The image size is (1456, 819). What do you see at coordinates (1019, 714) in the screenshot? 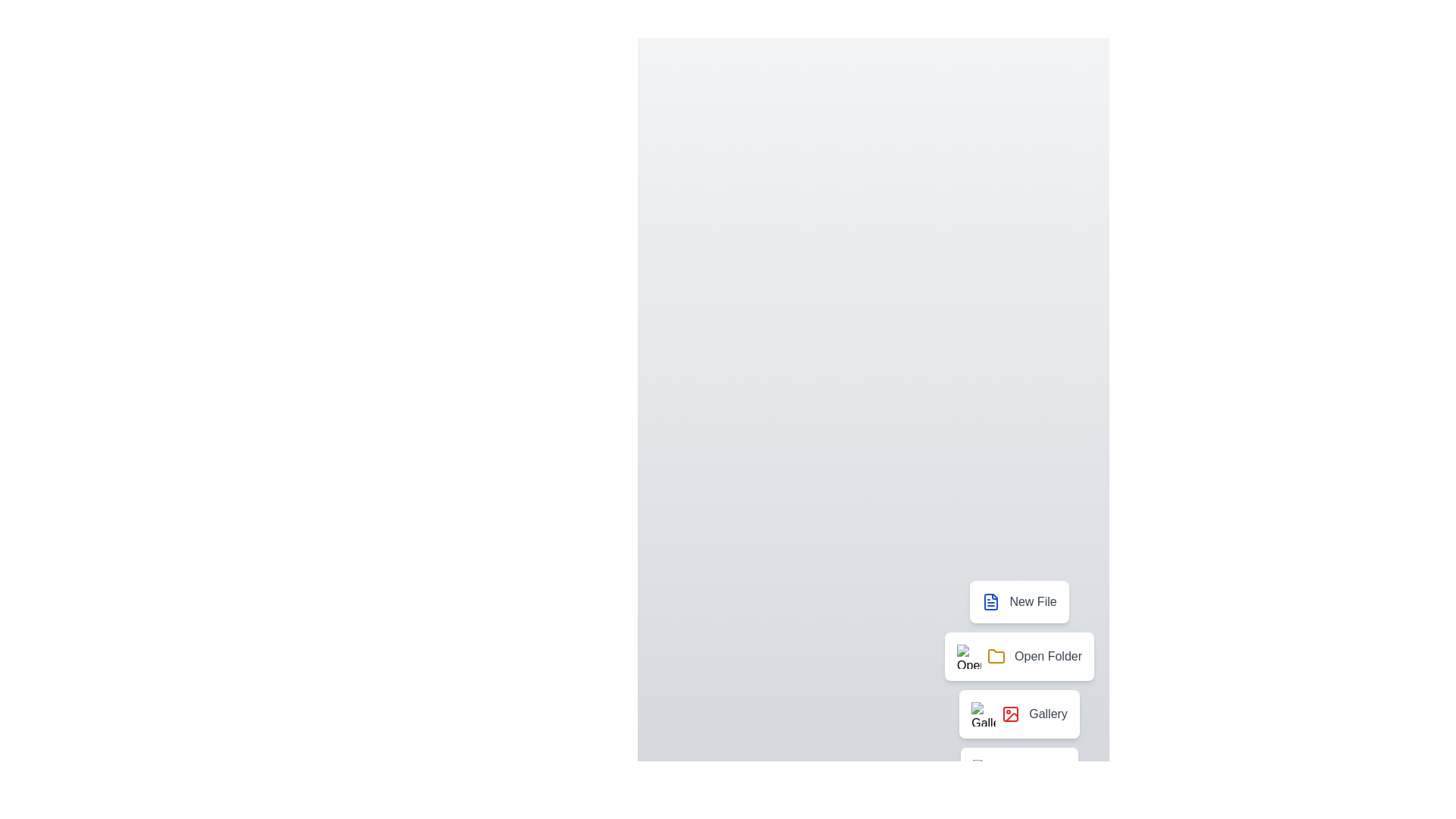
I see `the action item Gallery from the speed dial menu` at bounding box center [1019, 714].